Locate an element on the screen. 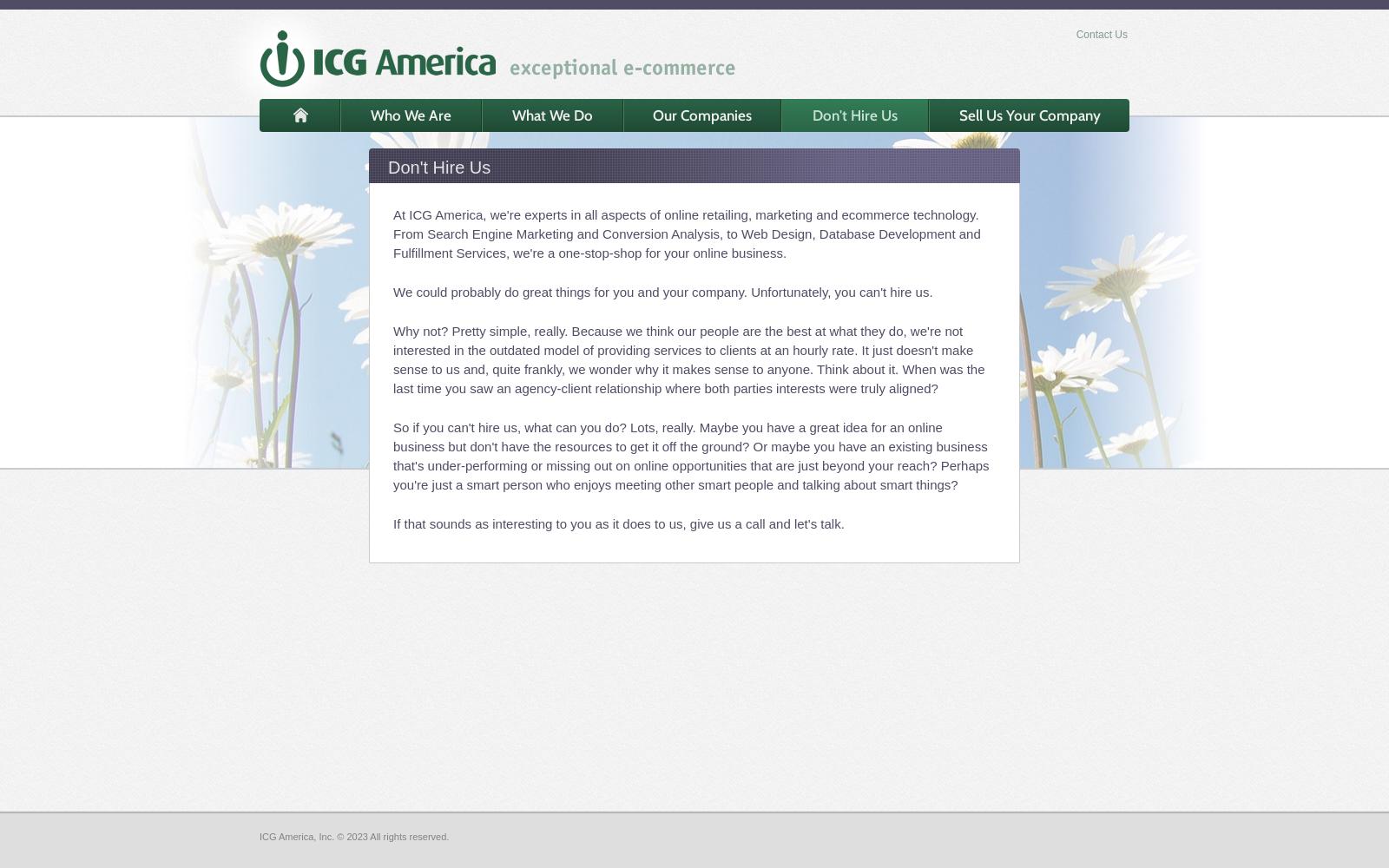 The height and width of the screenshot is (868, 1389). 'ICG America, Inc.  © 2023 All rights reserved.' is located at coordinates (353, 836).